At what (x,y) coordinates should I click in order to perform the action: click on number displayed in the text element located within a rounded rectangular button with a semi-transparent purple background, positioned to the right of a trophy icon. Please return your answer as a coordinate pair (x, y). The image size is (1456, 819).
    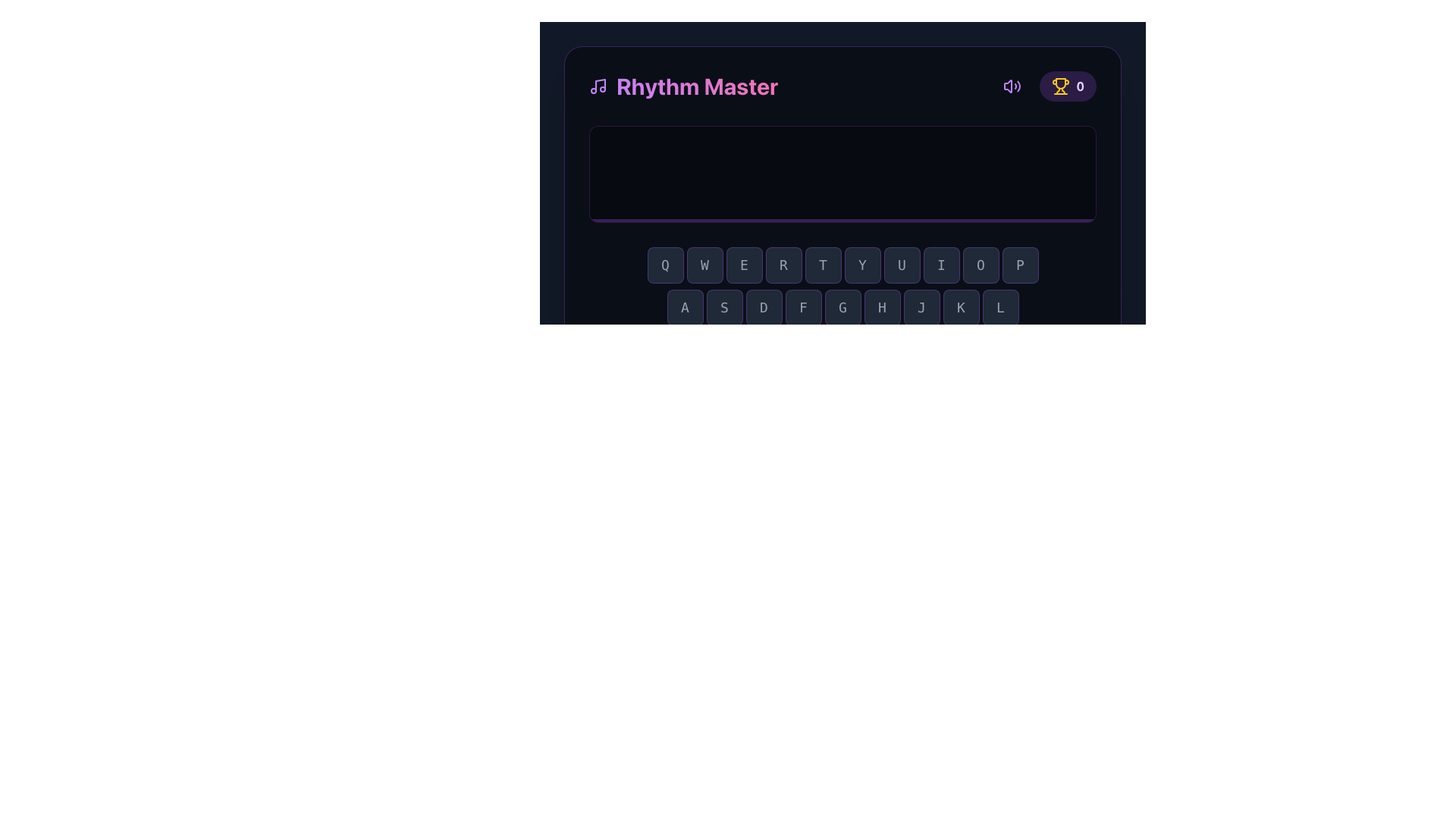
    Looking at the image, I should click on (1079, 86).